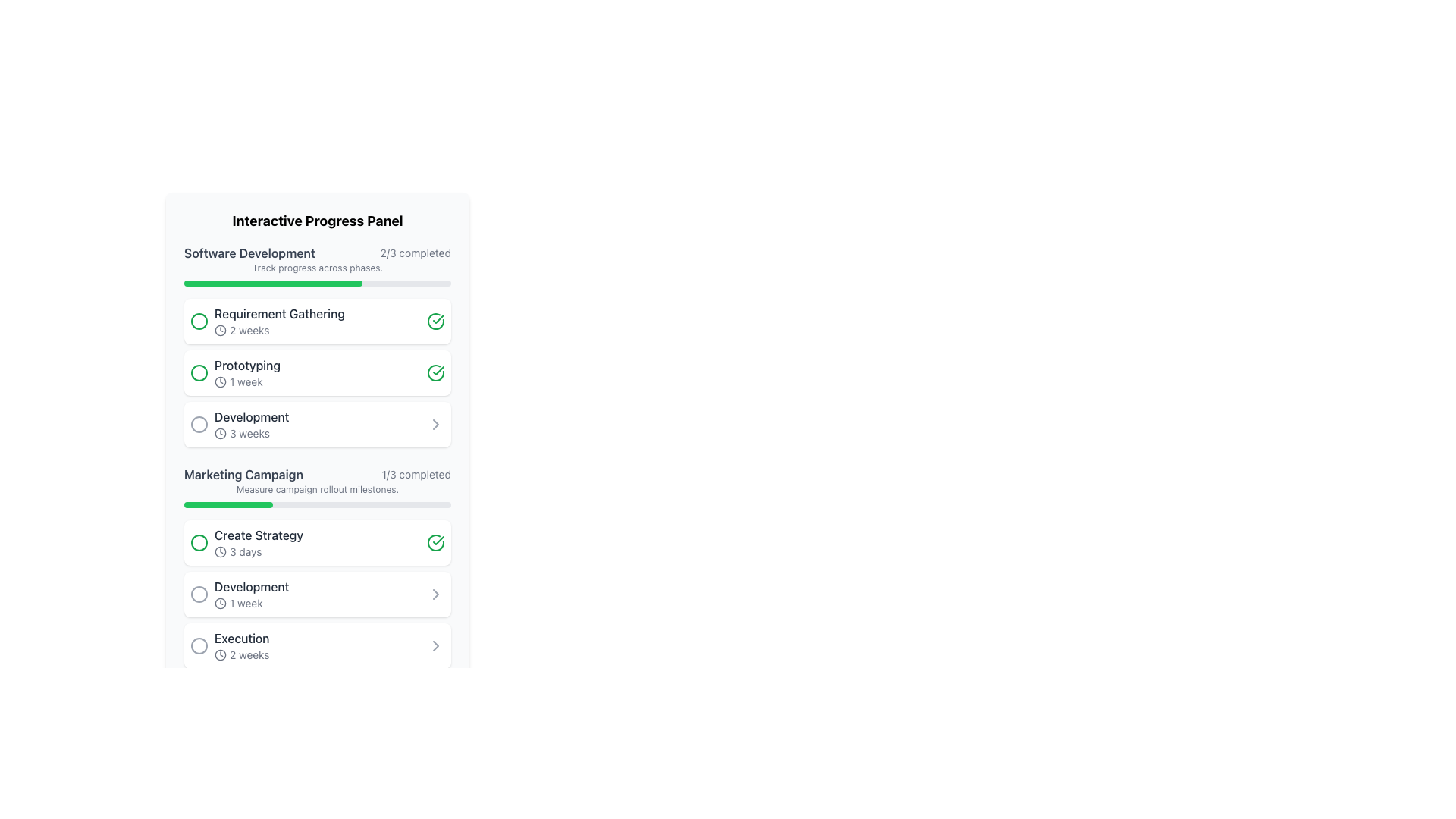 The height and width of the screenshot is (819, 1456). What do you see at coordinates (267, 321) in the screenshot?
I see `information displayed in the List item labeled 'Requirement Gathering' with a green circular icon on the left, showing '2 weeks' in gray below it` at bounding box center [267, 321].